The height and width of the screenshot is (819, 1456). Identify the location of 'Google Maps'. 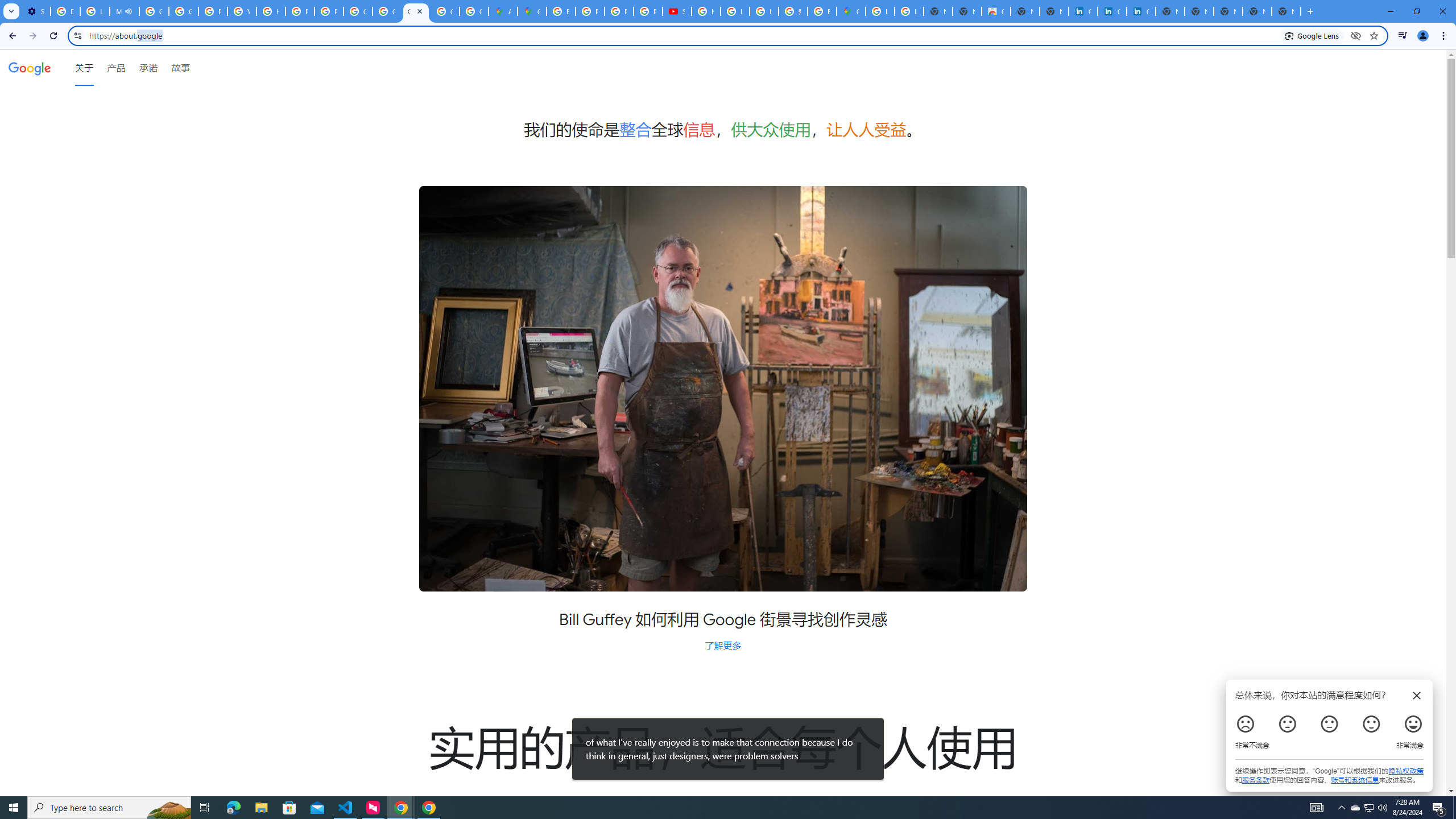
(851, 11).